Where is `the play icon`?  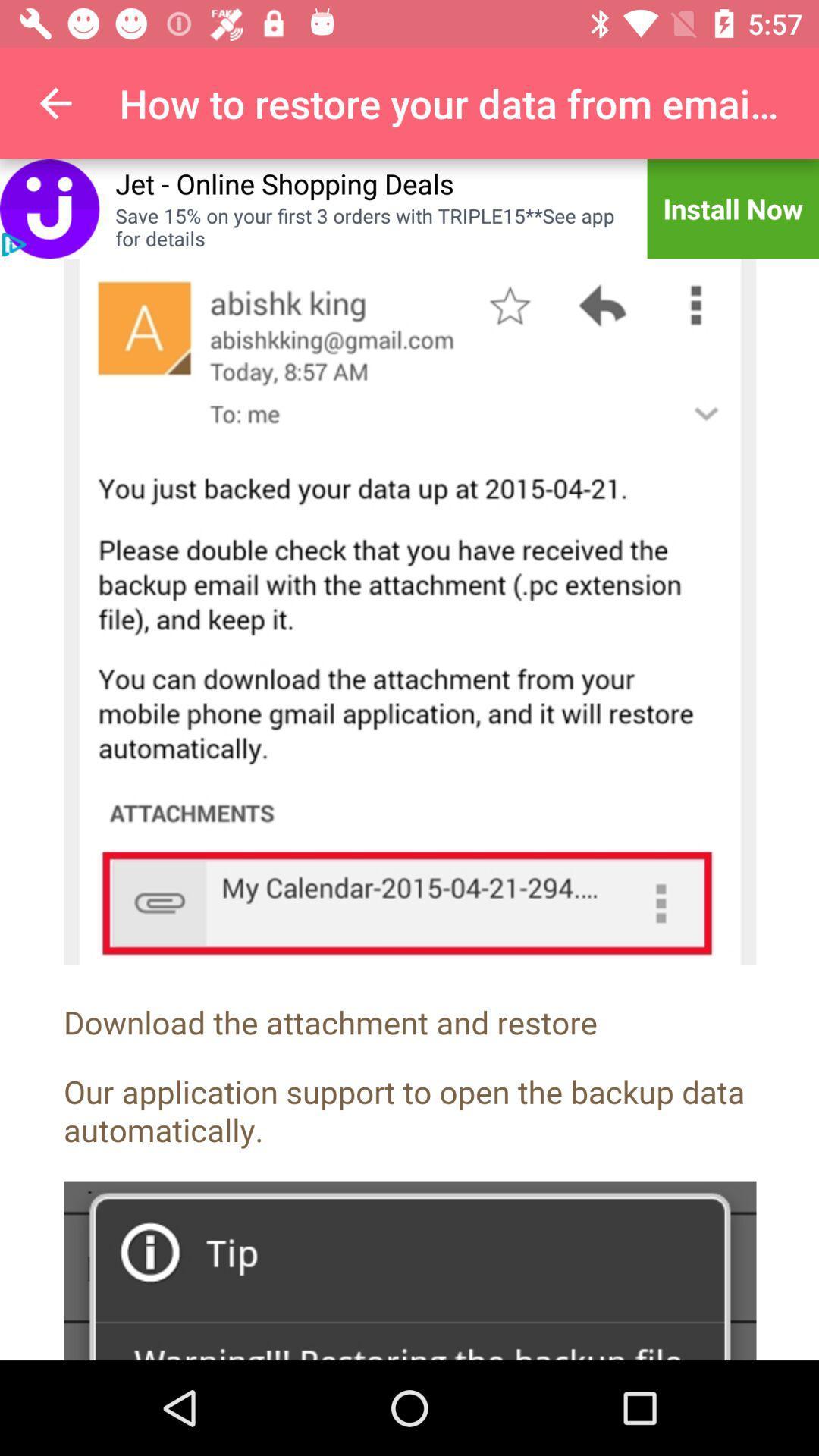
the play icon is located at coordinates (14, 244).